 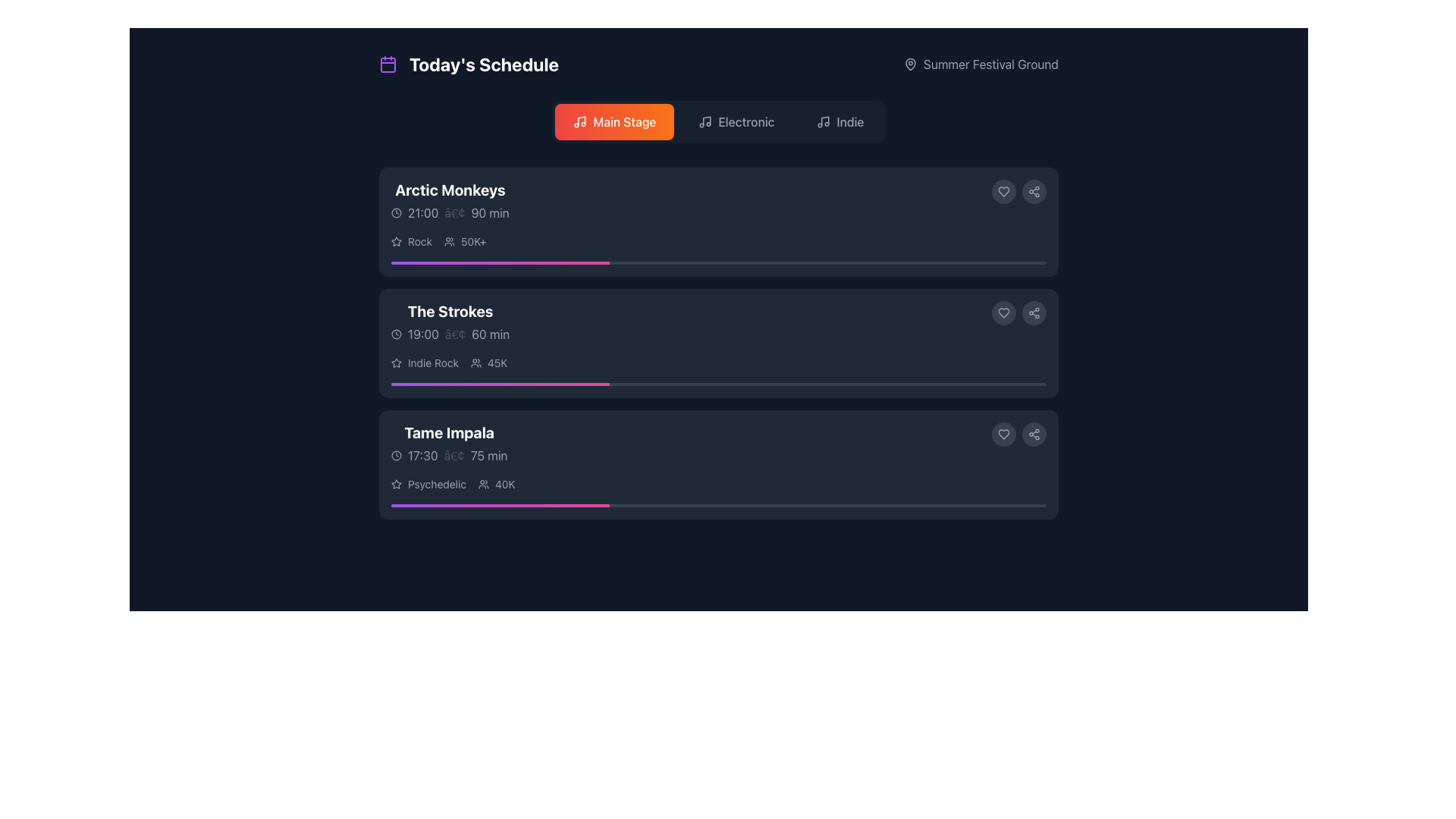 I want to click on the Text Display and Metadata Block, so click(x=448, y=444).